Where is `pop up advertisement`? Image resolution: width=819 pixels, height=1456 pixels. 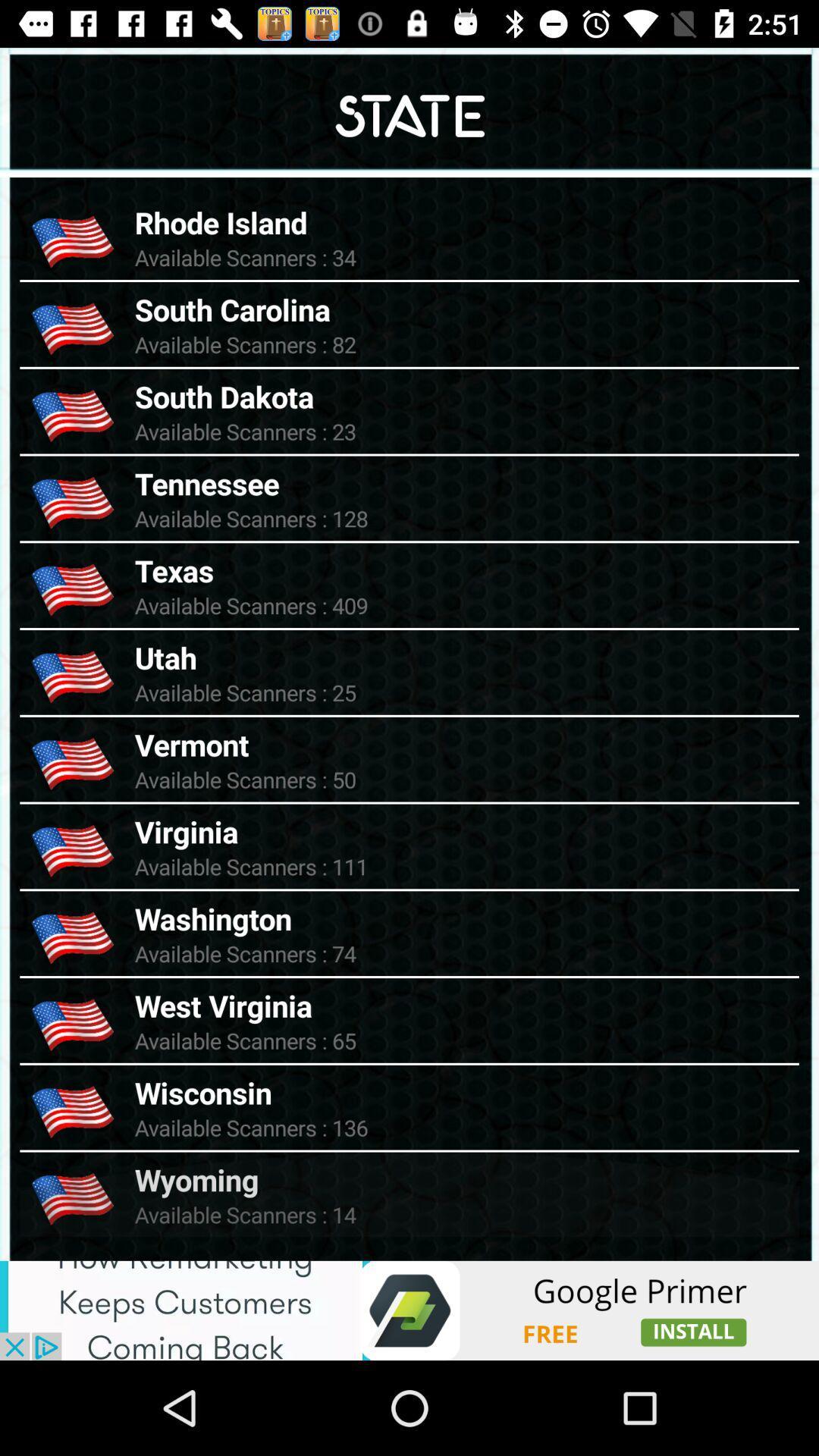 pop up advertisement is located at coordinates (409, 1310).